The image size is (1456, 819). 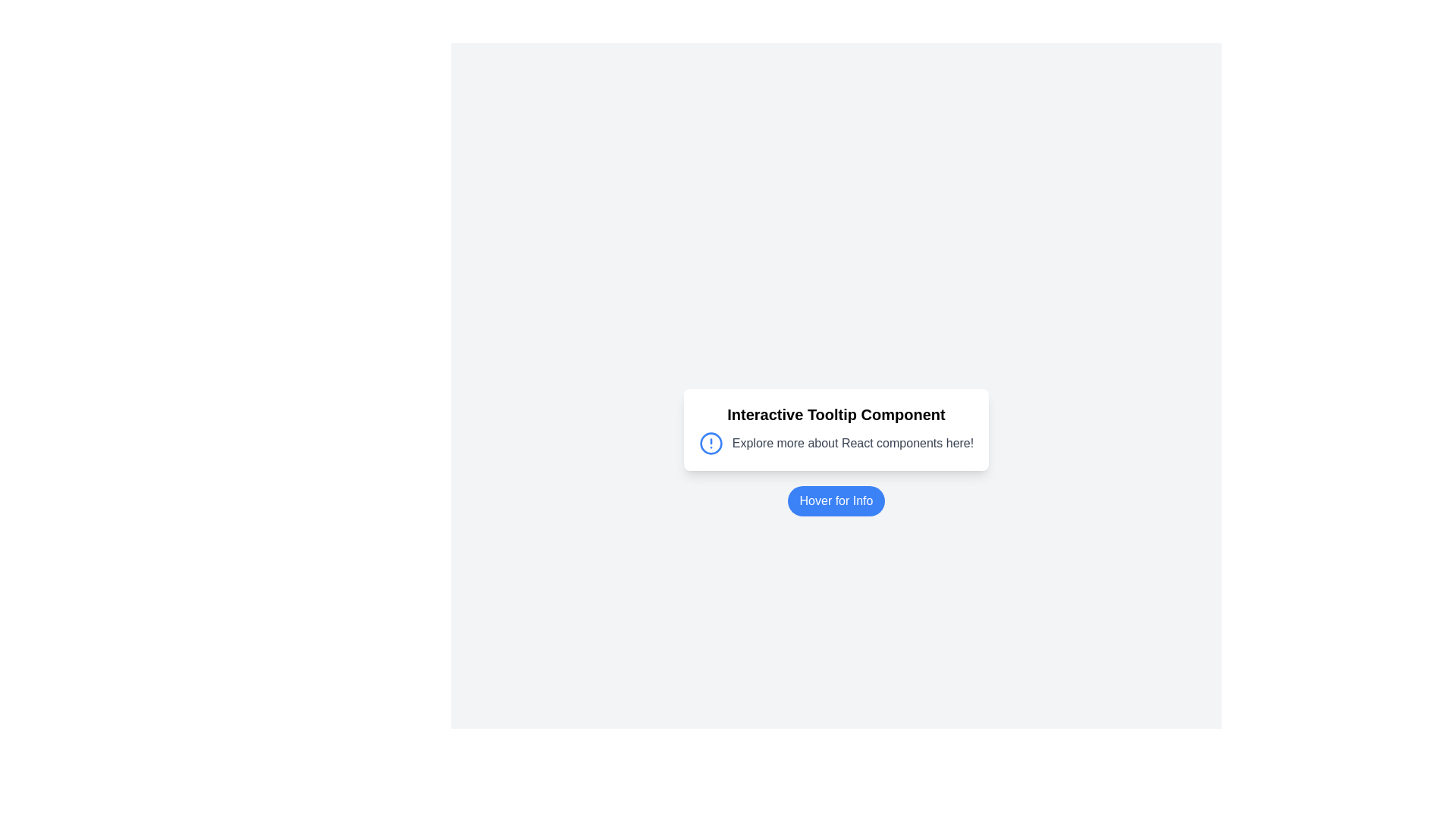 What do you see at coordinates (710, 444) in the screenshot?
I see `the informational or warning icon located to the left of the message 'Explore more about React components here!'` at bounding box center [710, 444].